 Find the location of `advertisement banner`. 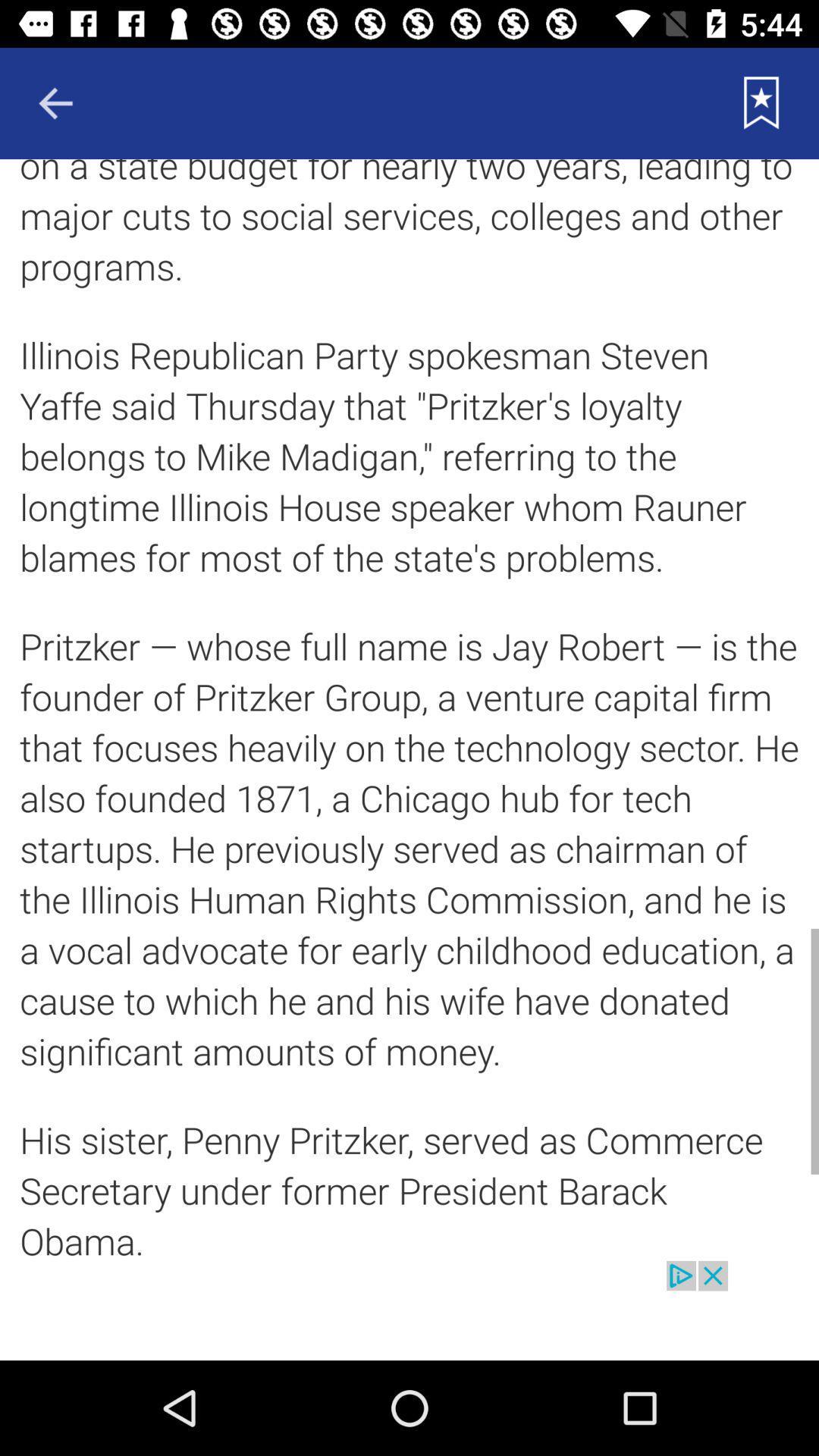

advertisement banner is located at coordinates (409, 1310).